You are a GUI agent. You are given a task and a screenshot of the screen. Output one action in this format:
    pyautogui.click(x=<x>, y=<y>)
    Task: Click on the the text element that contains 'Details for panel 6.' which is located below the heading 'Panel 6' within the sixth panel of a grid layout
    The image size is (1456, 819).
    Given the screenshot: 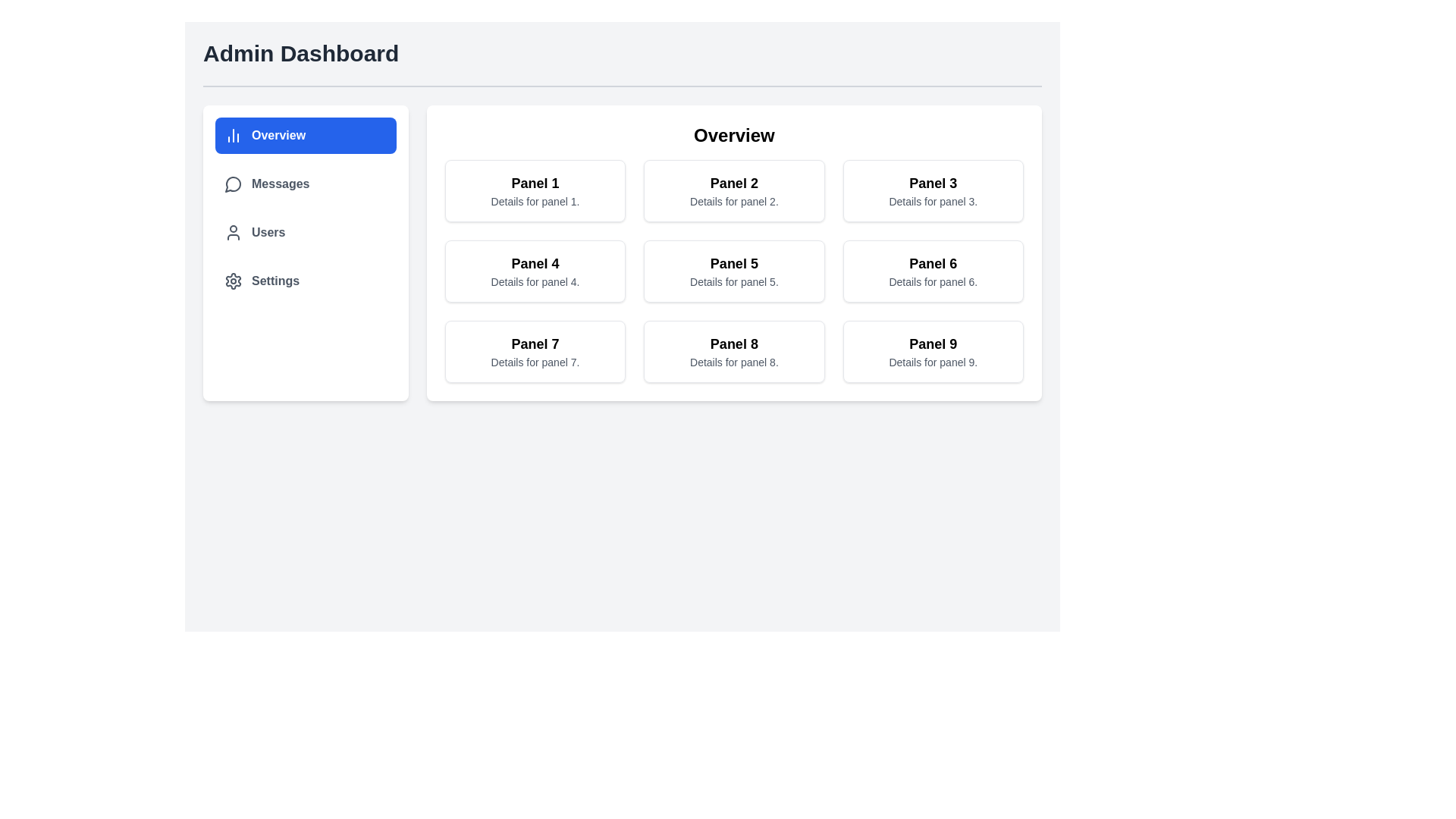 What is the action you would take?
    pyautogui.click(x=932, y=281)
    